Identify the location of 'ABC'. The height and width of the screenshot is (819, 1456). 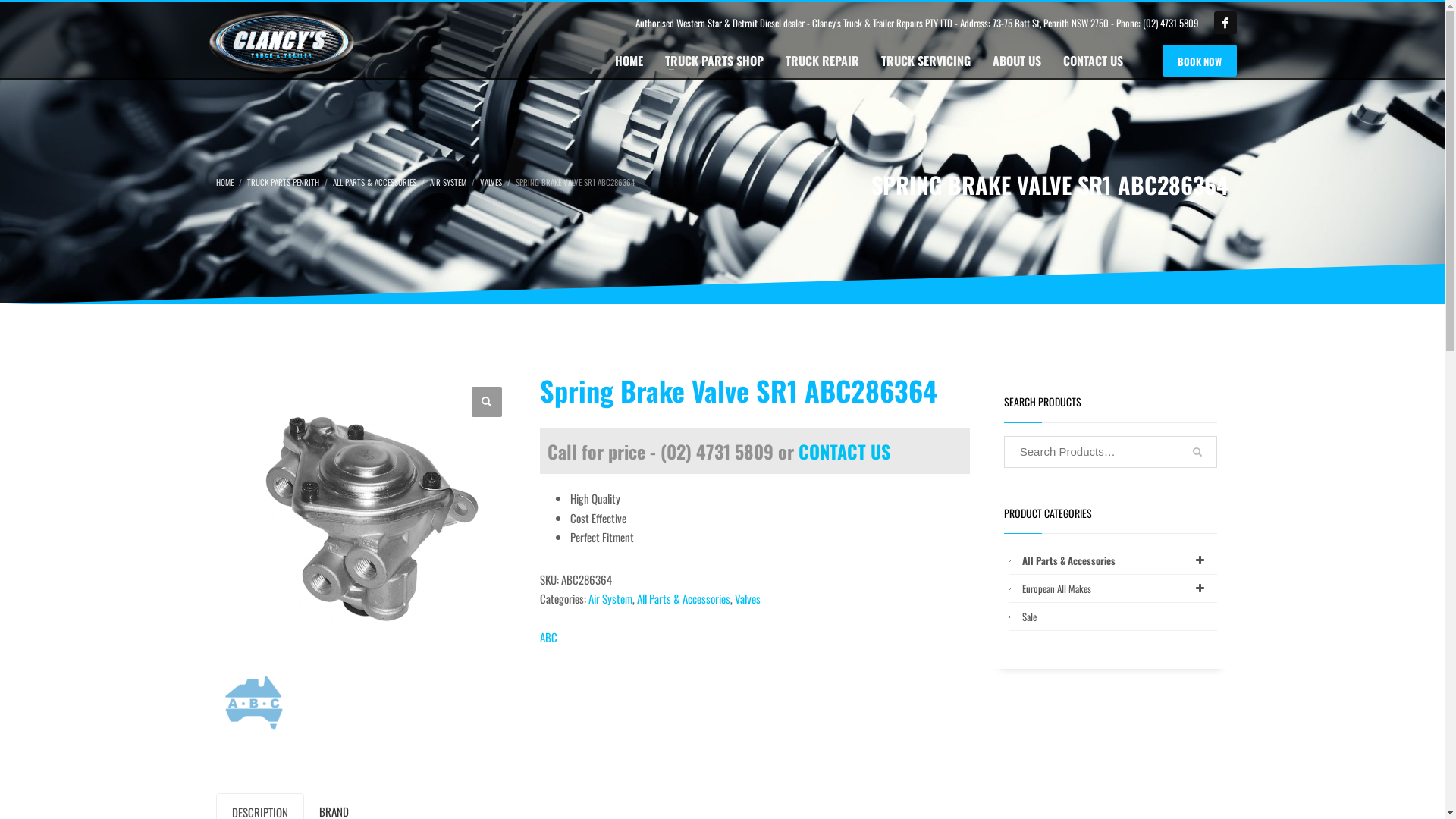
(548, 637).